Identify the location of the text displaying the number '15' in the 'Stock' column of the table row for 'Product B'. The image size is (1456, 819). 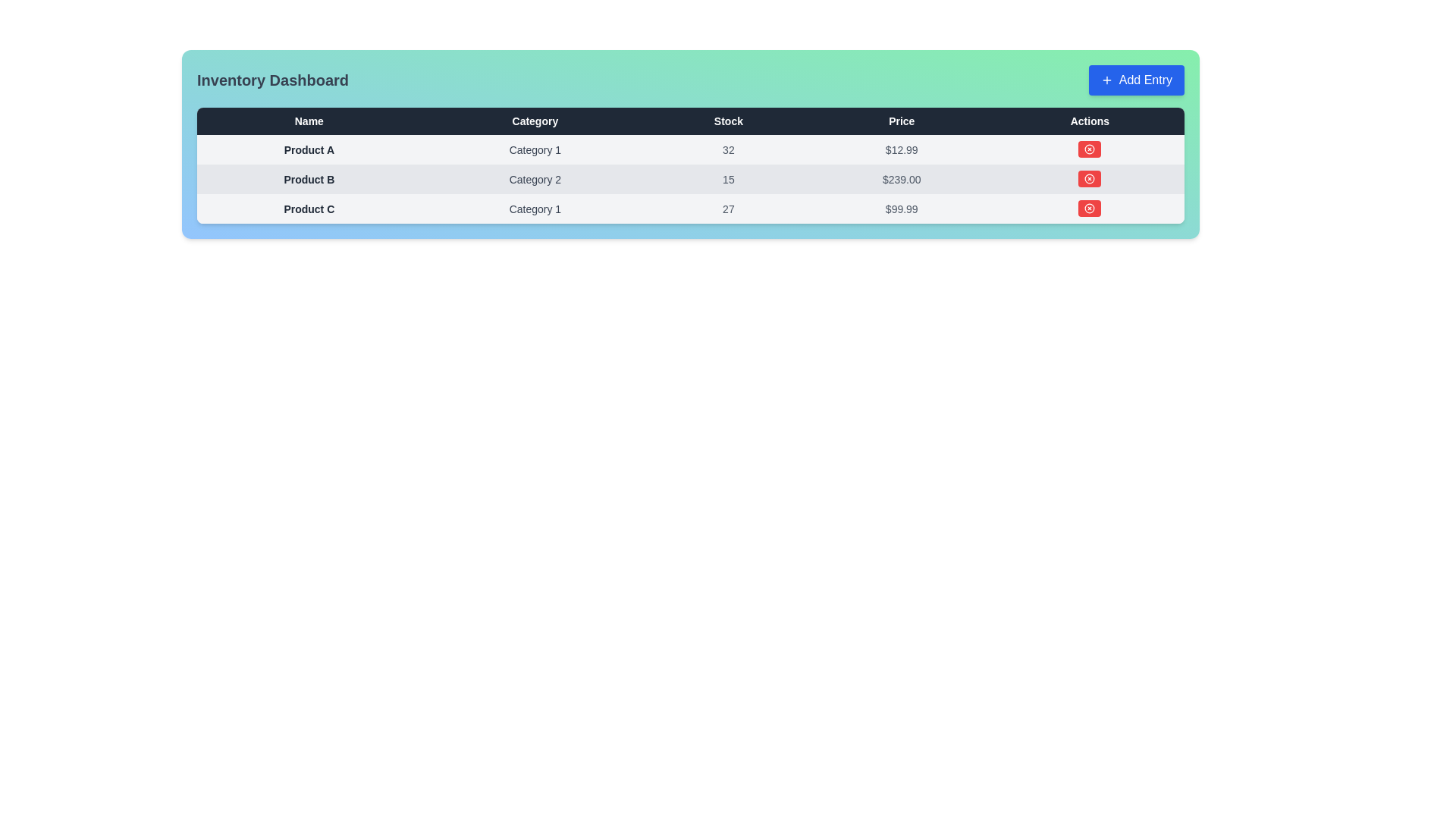
(728, 178).